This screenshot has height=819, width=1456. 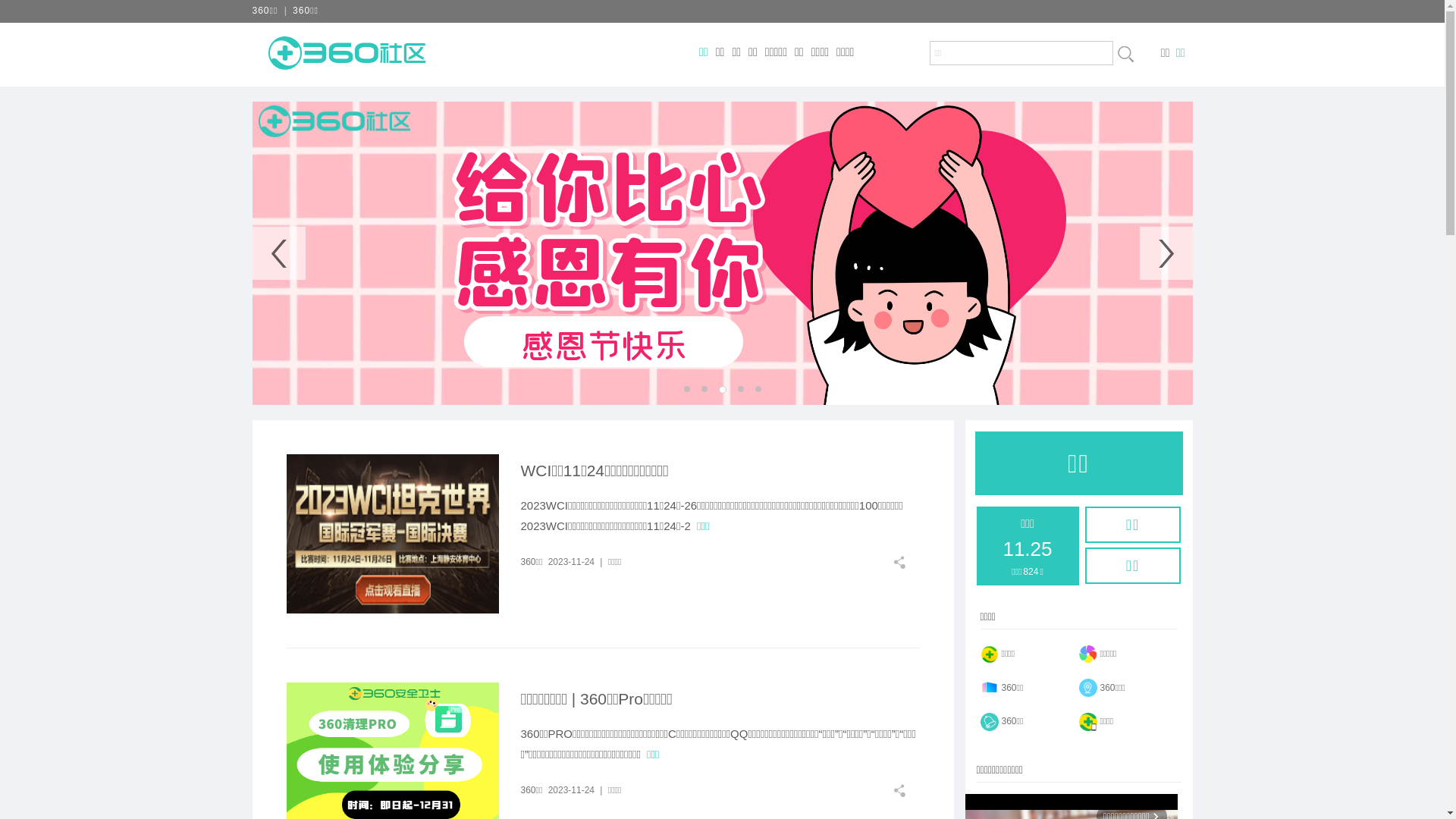 I want to click on ' ', so click(x=905, y=789).